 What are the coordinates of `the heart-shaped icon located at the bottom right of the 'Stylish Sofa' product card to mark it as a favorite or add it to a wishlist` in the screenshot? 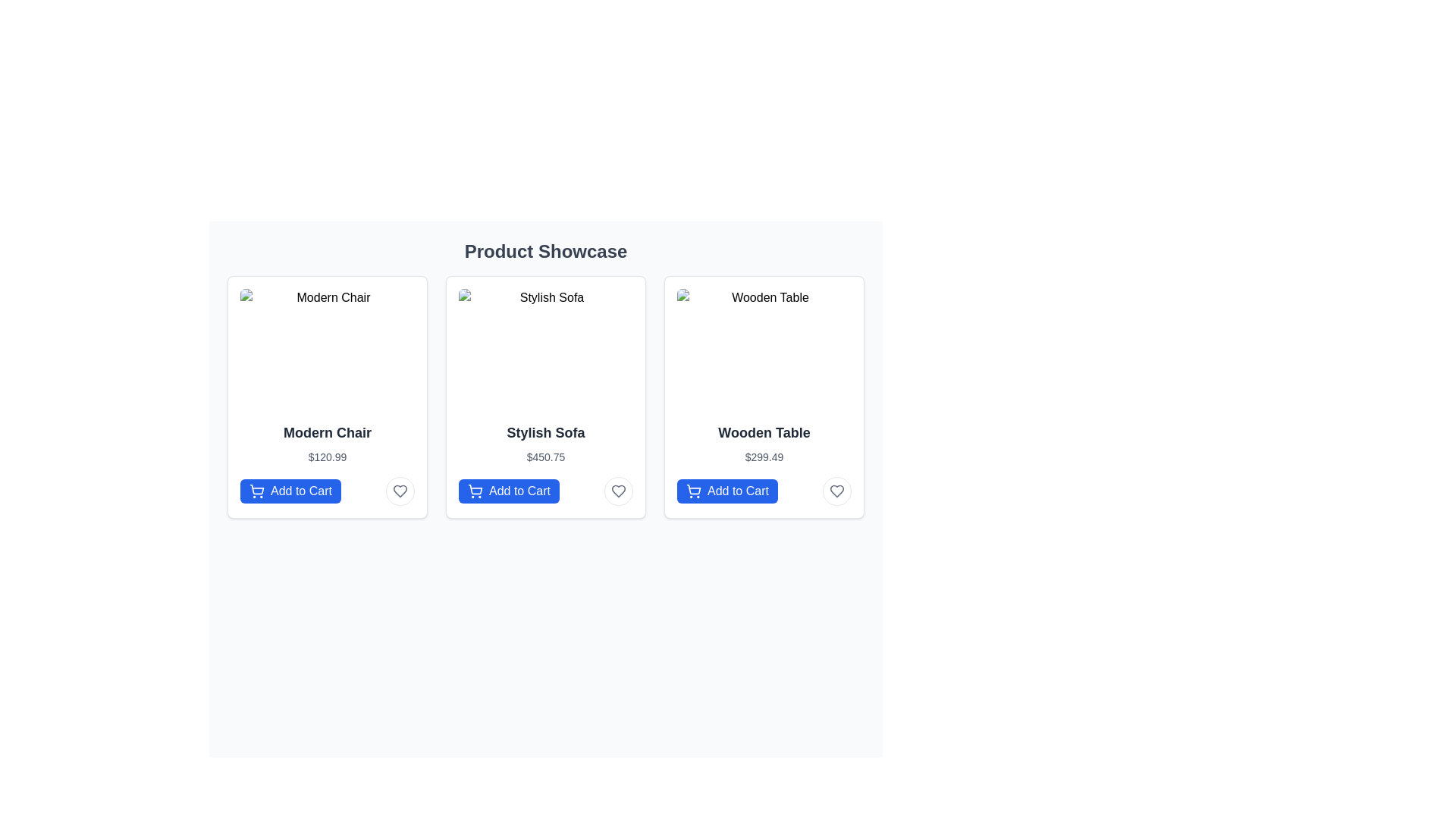 It's located at (619, 491).